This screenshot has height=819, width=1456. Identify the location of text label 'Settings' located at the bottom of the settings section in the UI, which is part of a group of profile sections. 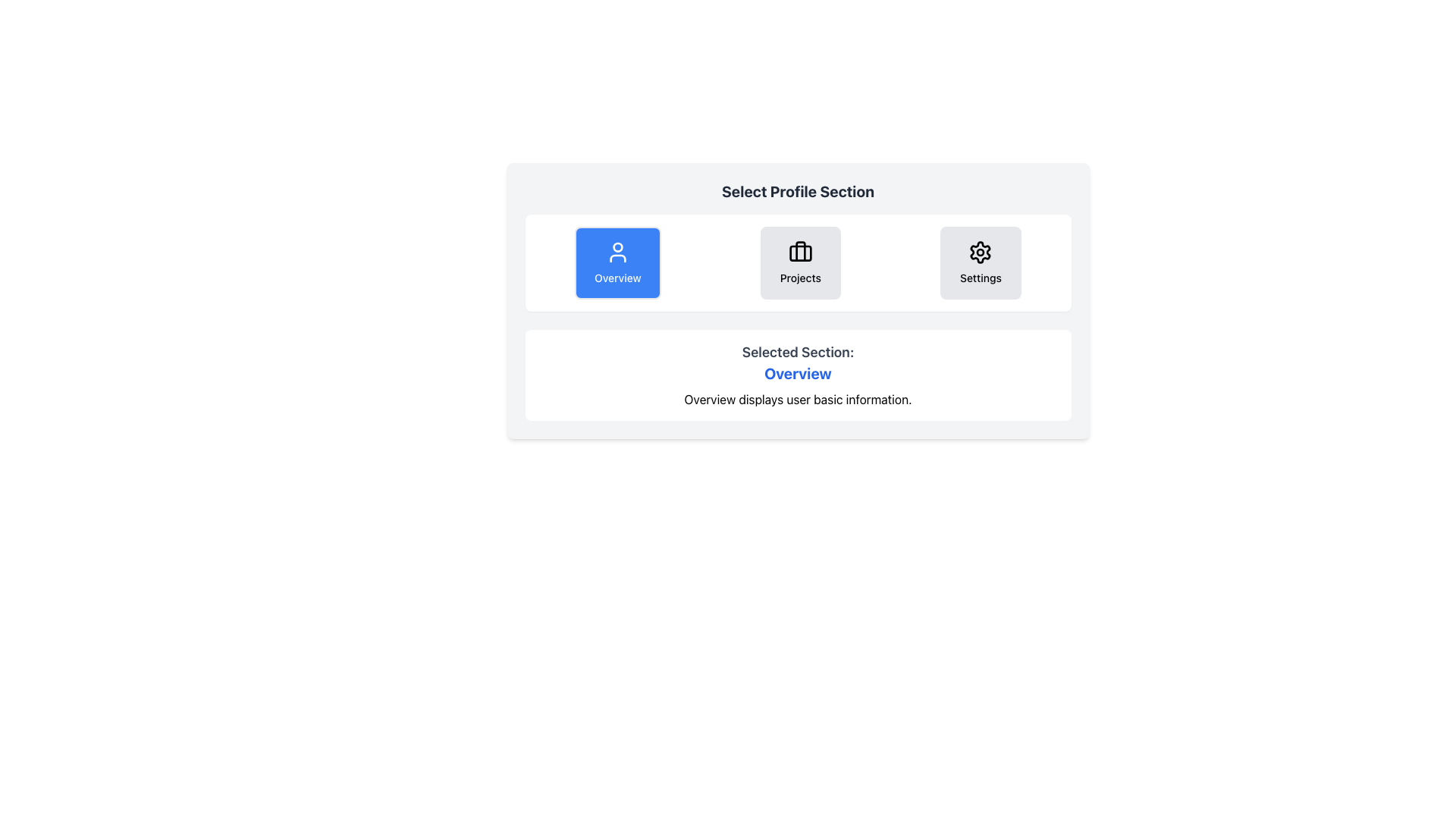
(981, 278).